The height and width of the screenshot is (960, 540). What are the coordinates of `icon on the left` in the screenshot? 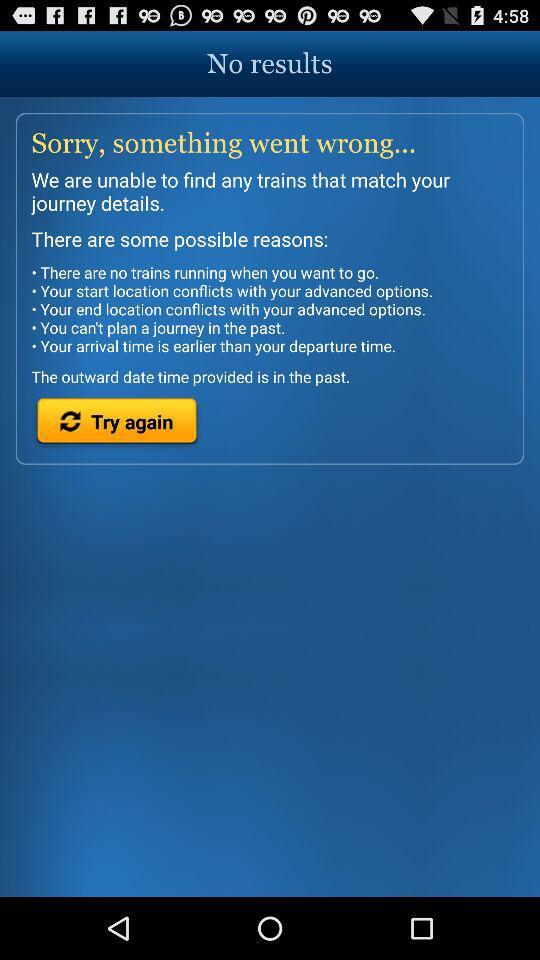 It's located at (117, 424).